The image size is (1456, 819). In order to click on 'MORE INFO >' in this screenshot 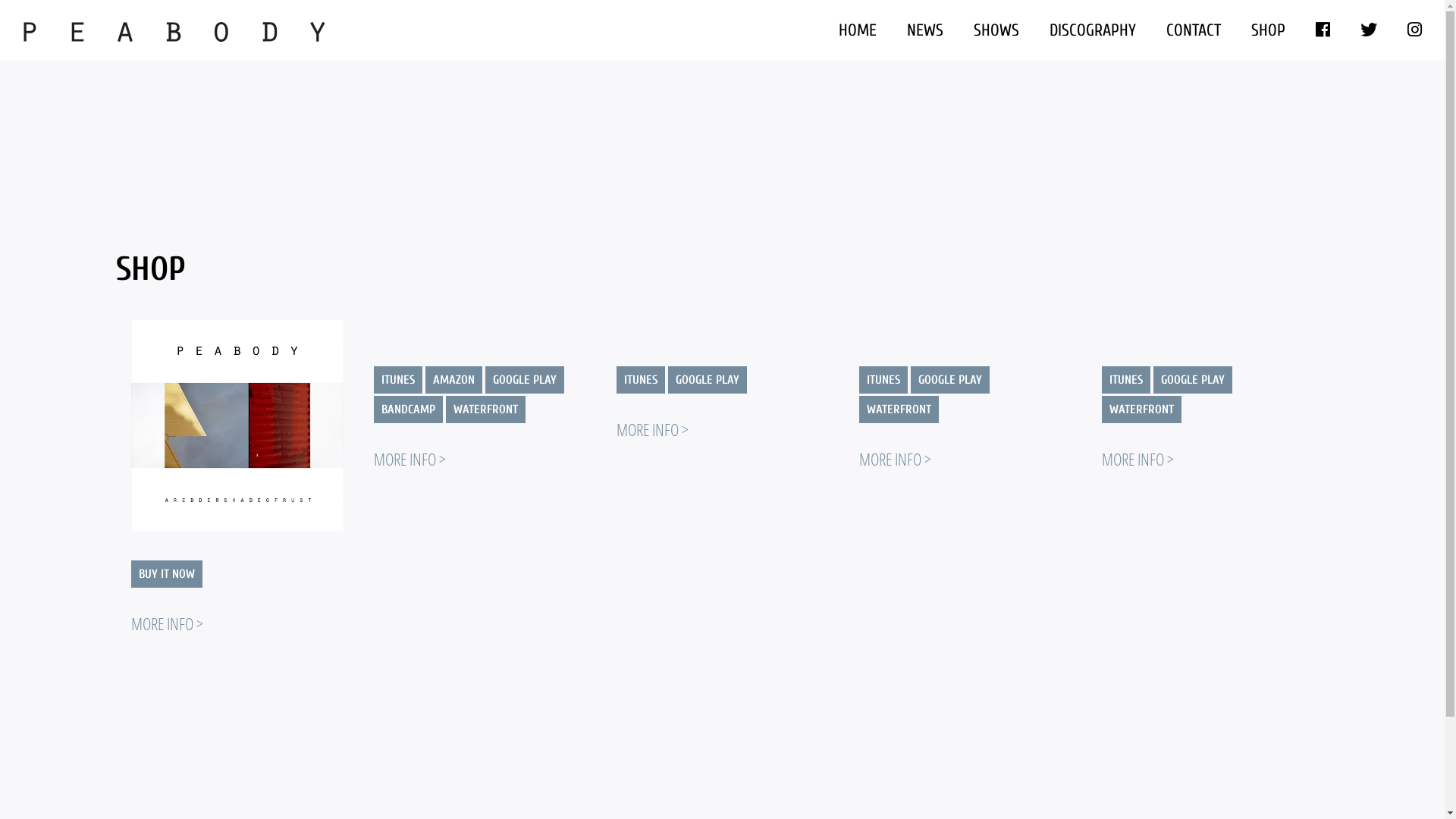, I will do `click(894, 458)`.